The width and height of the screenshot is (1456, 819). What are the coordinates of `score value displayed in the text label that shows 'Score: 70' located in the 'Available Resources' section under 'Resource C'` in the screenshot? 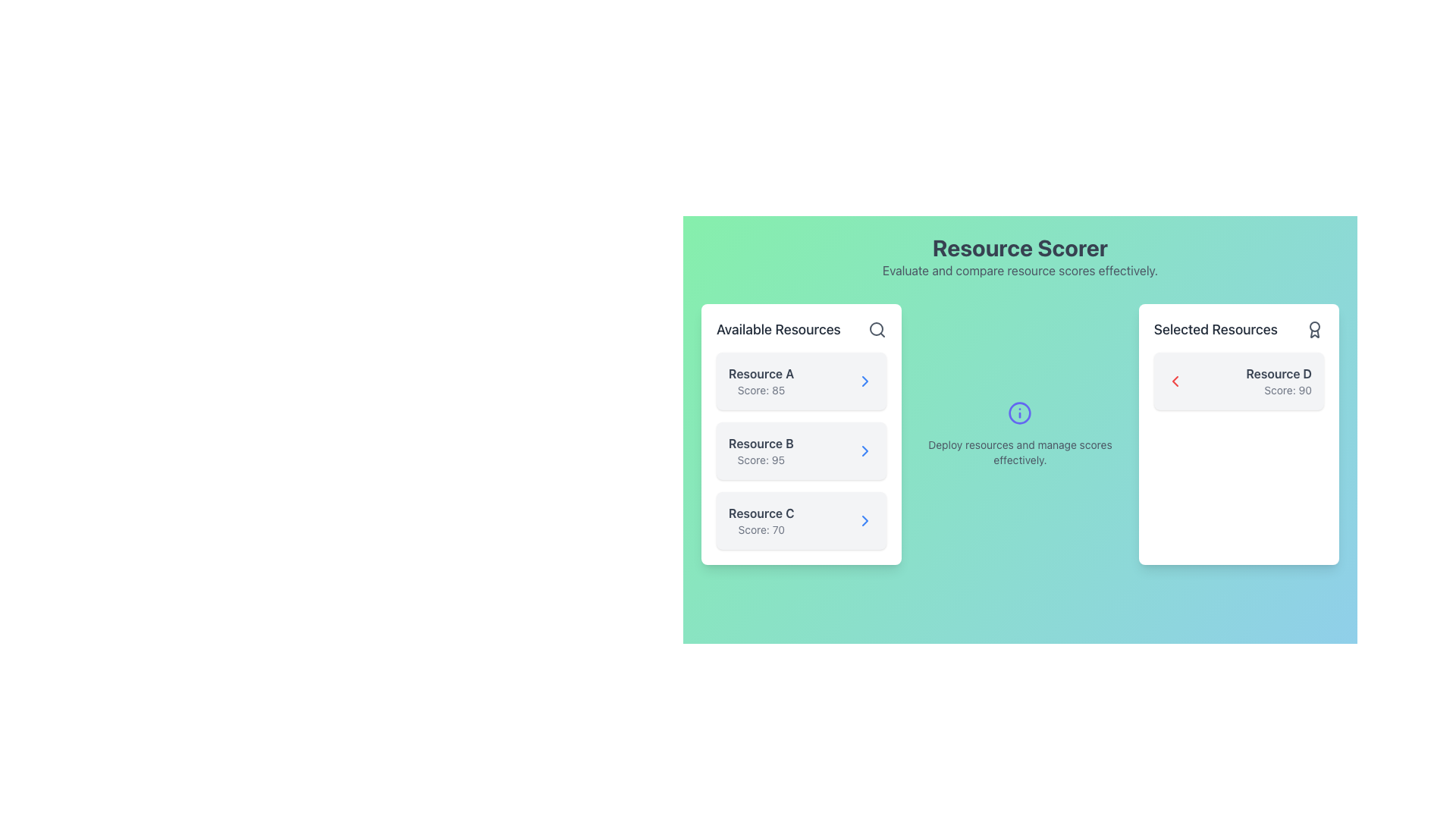 It's located at (761, 529).